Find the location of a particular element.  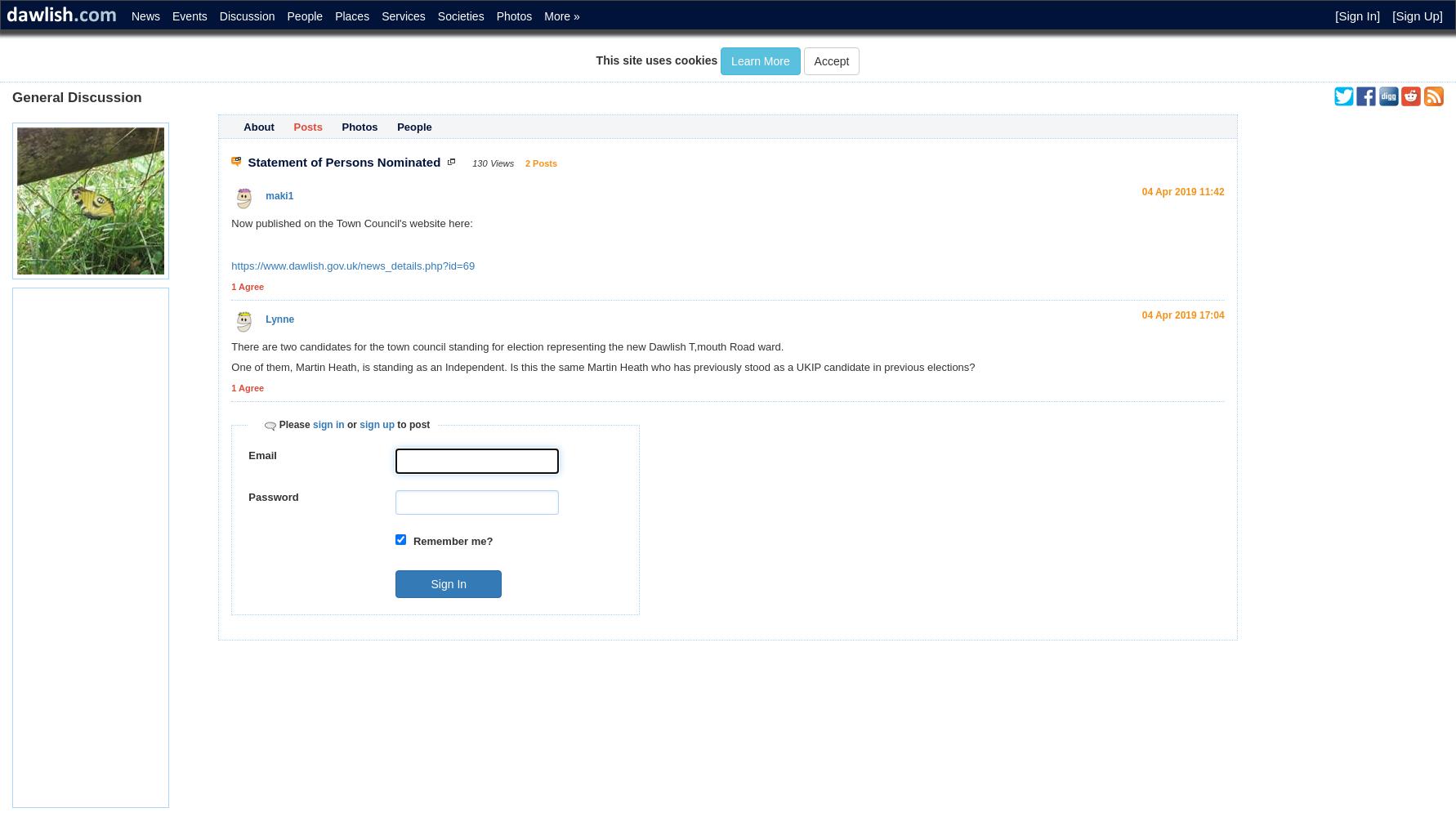

'Learn More' is located at coordinates (760, 60).